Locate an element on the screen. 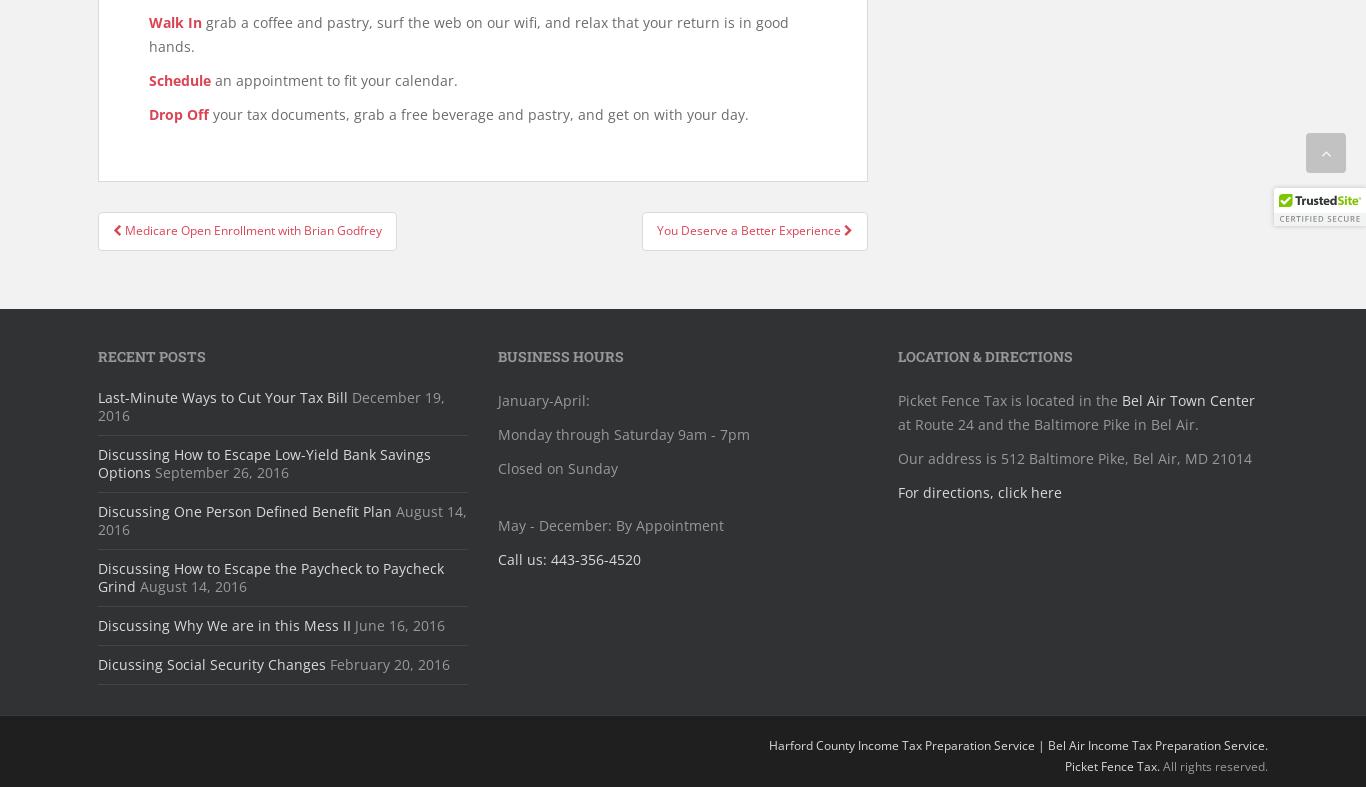  'For directions, click here' is located at coordinates (979, 491).